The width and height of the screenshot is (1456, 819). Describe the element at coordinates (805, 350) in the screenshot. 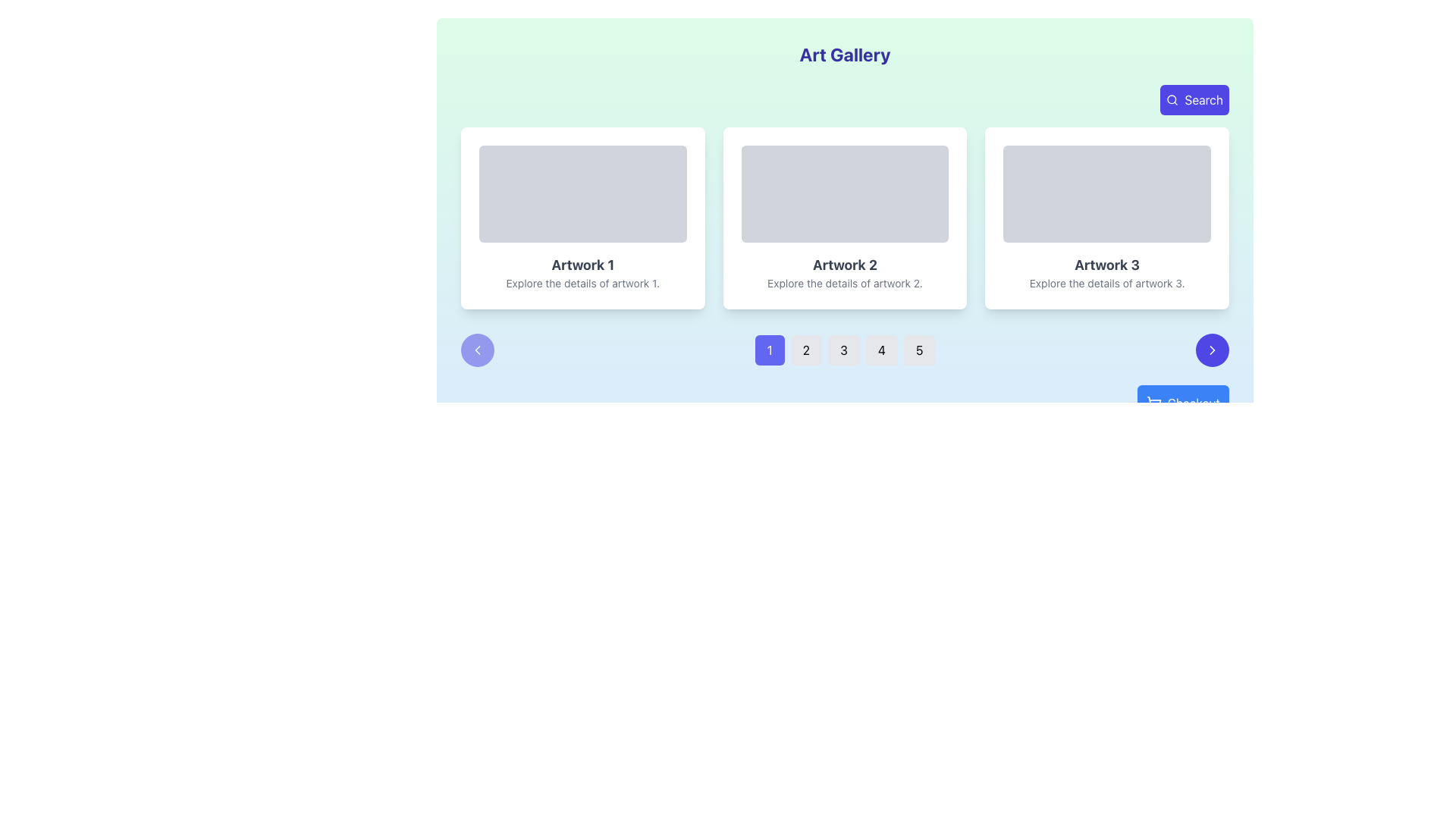

I see `the second button in the pagination control` at that location.